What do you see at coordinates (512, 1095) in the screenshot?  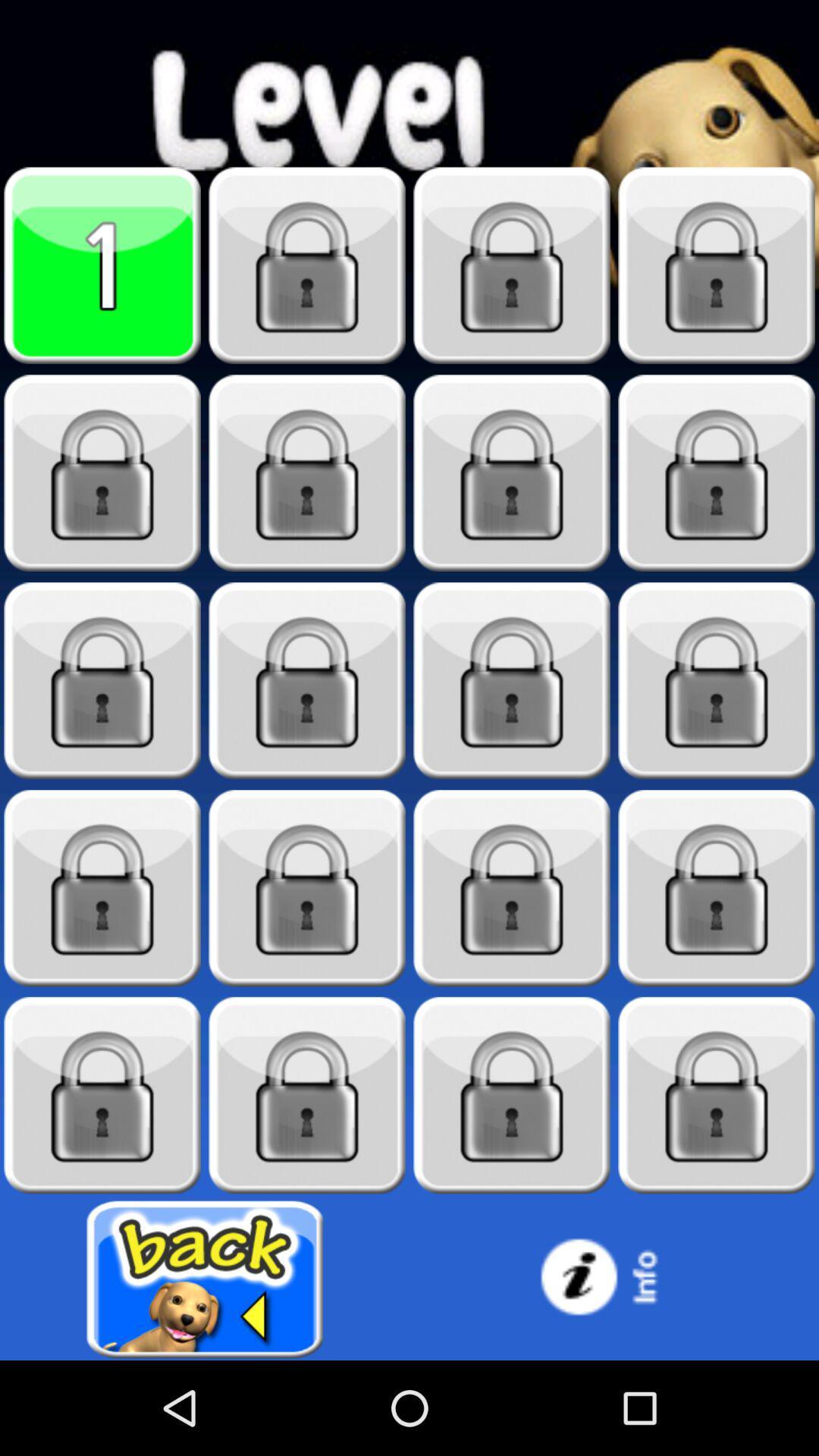 I see `level locked` at bounding box center [512, 1095].